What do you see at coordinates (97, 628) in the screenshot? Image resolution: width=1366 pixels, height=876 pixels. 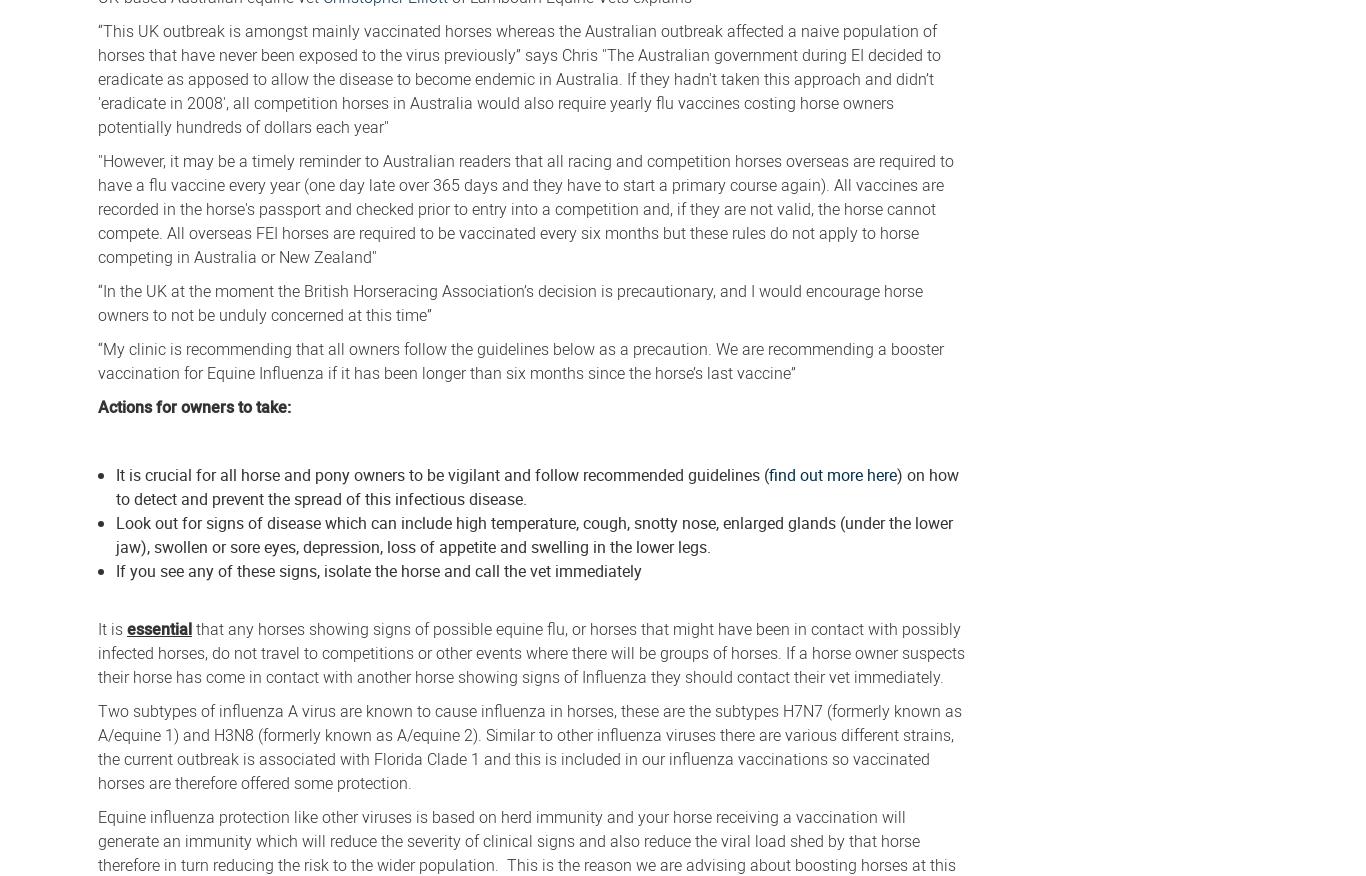 I see `'It is'` at bounding box center [97, 628].